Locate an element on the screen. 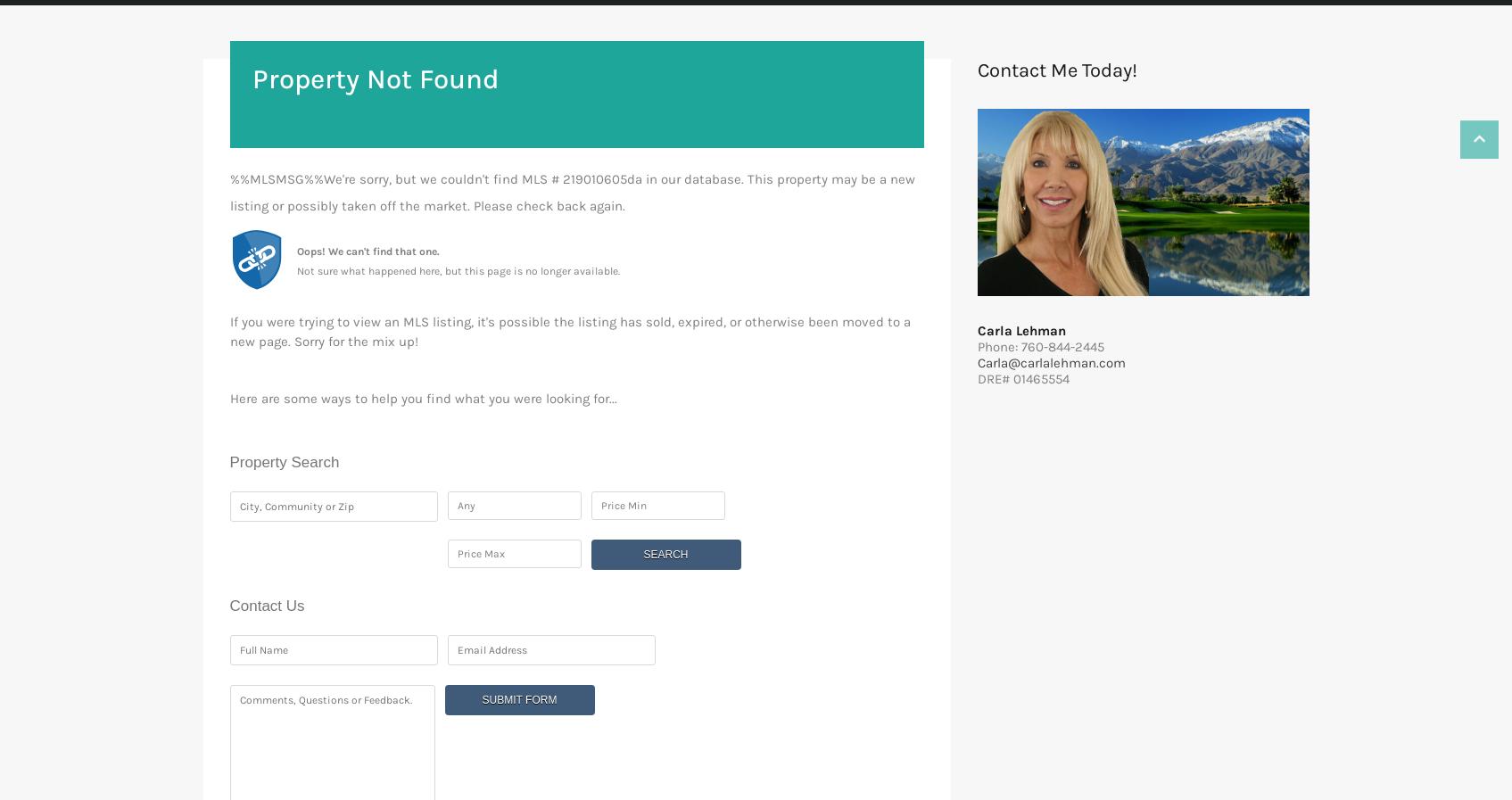  'Contact Us' is located at coordinates (227, 606).